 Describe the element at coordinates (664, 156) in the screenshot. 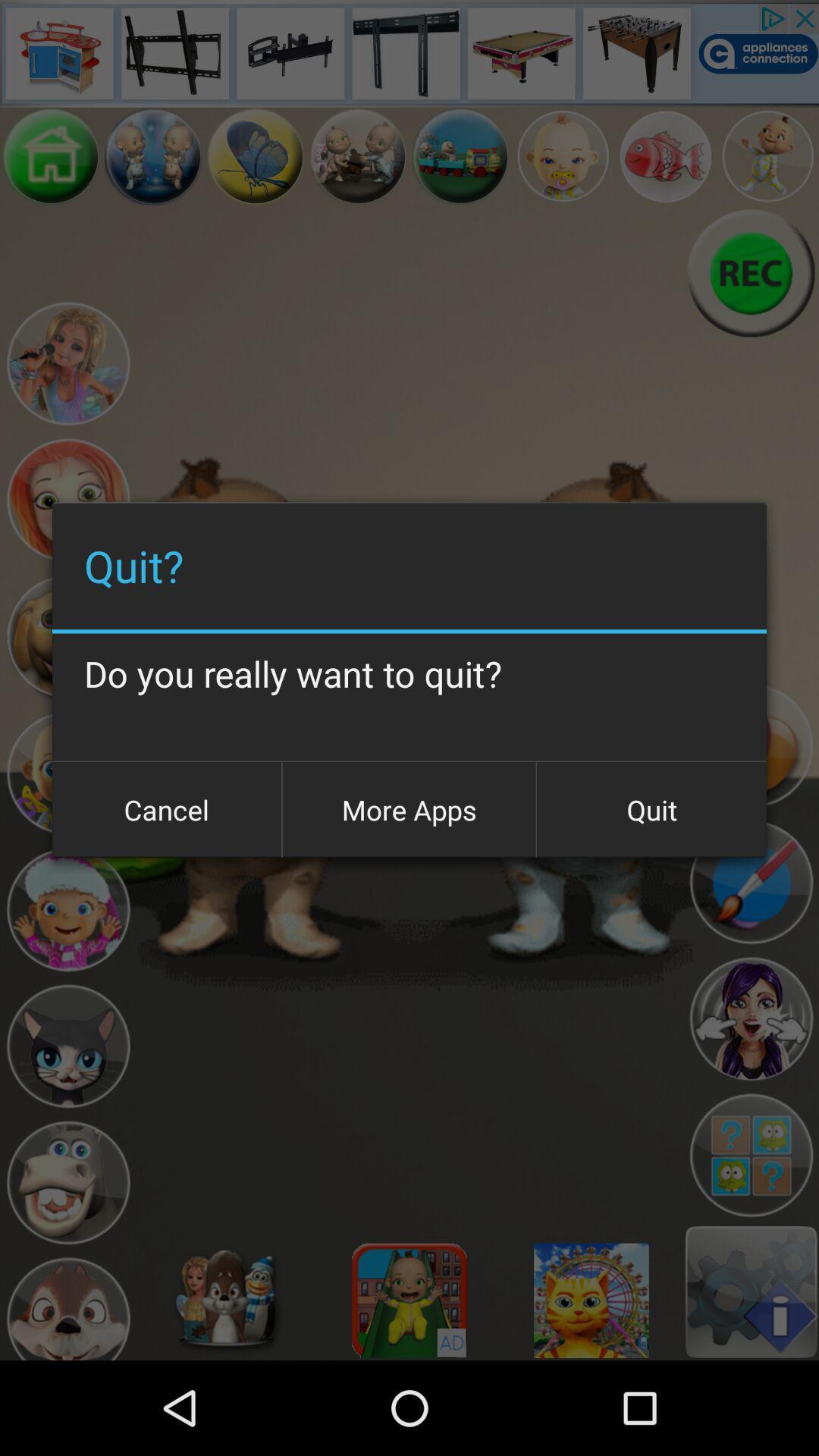

I see `choose a character` at that location.